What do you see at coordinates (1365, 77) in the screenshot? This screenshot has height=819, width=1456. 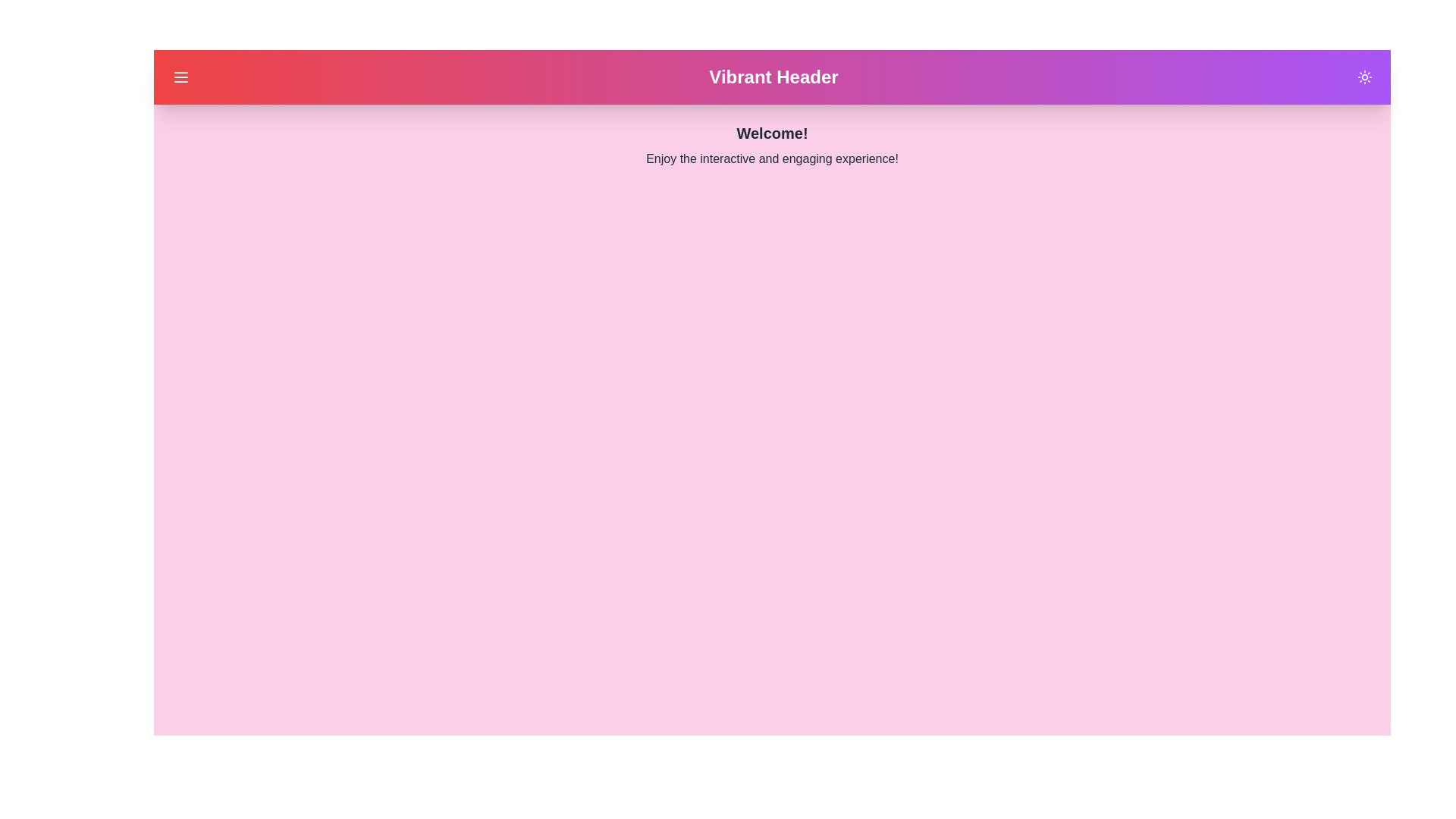 I see `the sun/moon icon in the top-right corner to toggle the theme` at bounding box center [1365, 77].